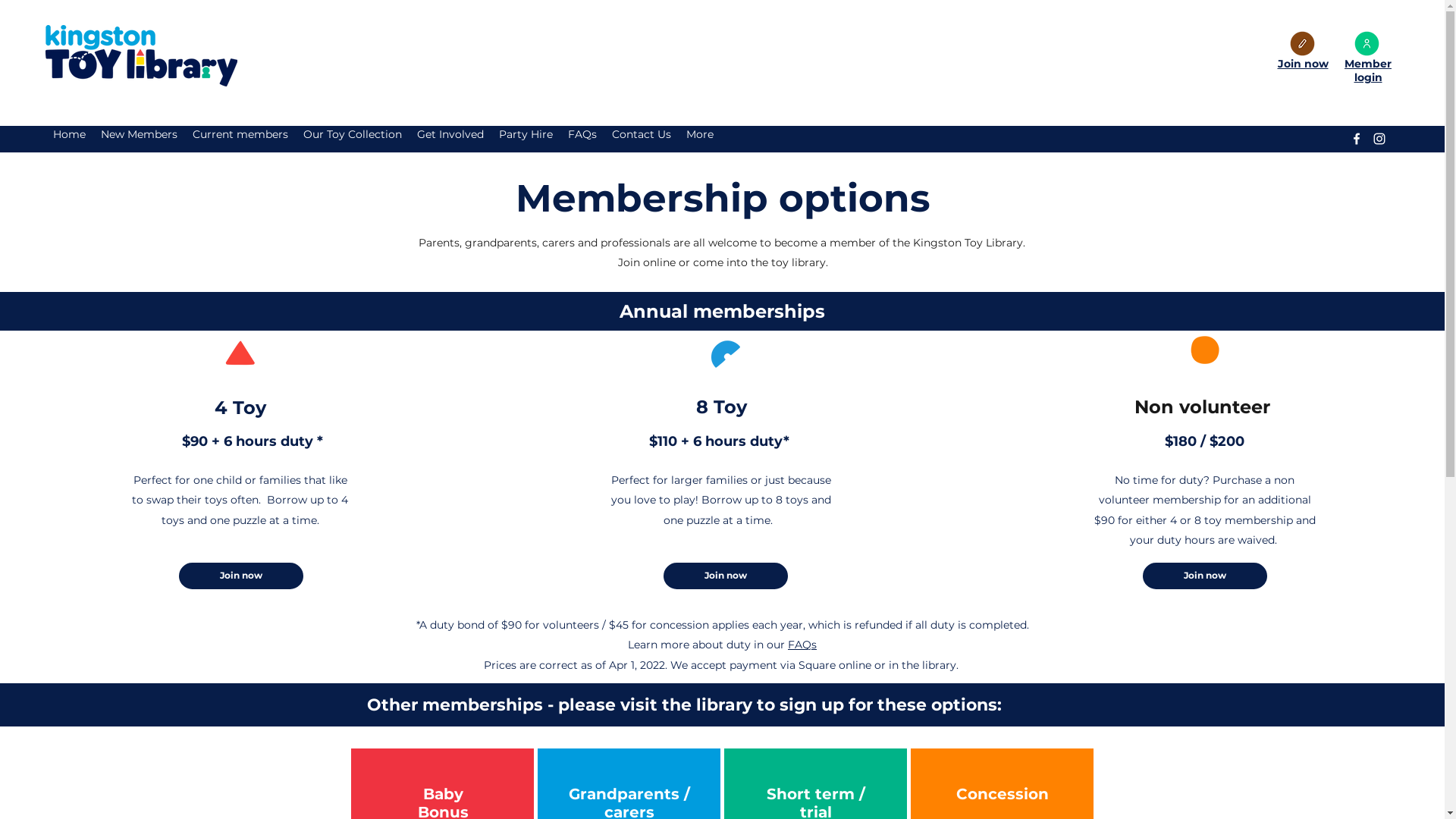  I want to click on 'Our Toy Collection', so click(295, 138).